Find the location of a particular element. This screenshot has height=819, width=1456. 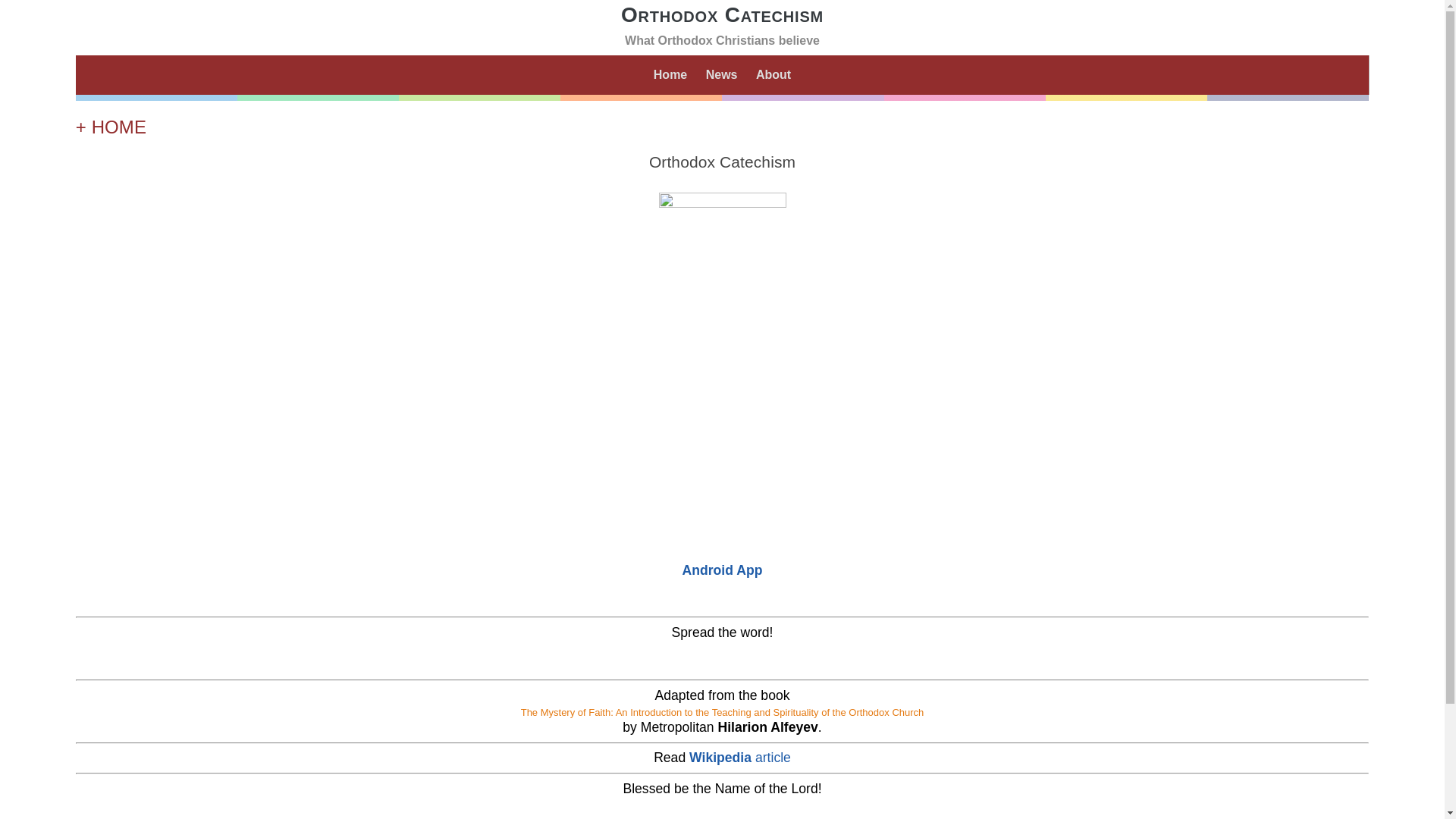

'Table of Contents' is located at coordinates (721, 506).